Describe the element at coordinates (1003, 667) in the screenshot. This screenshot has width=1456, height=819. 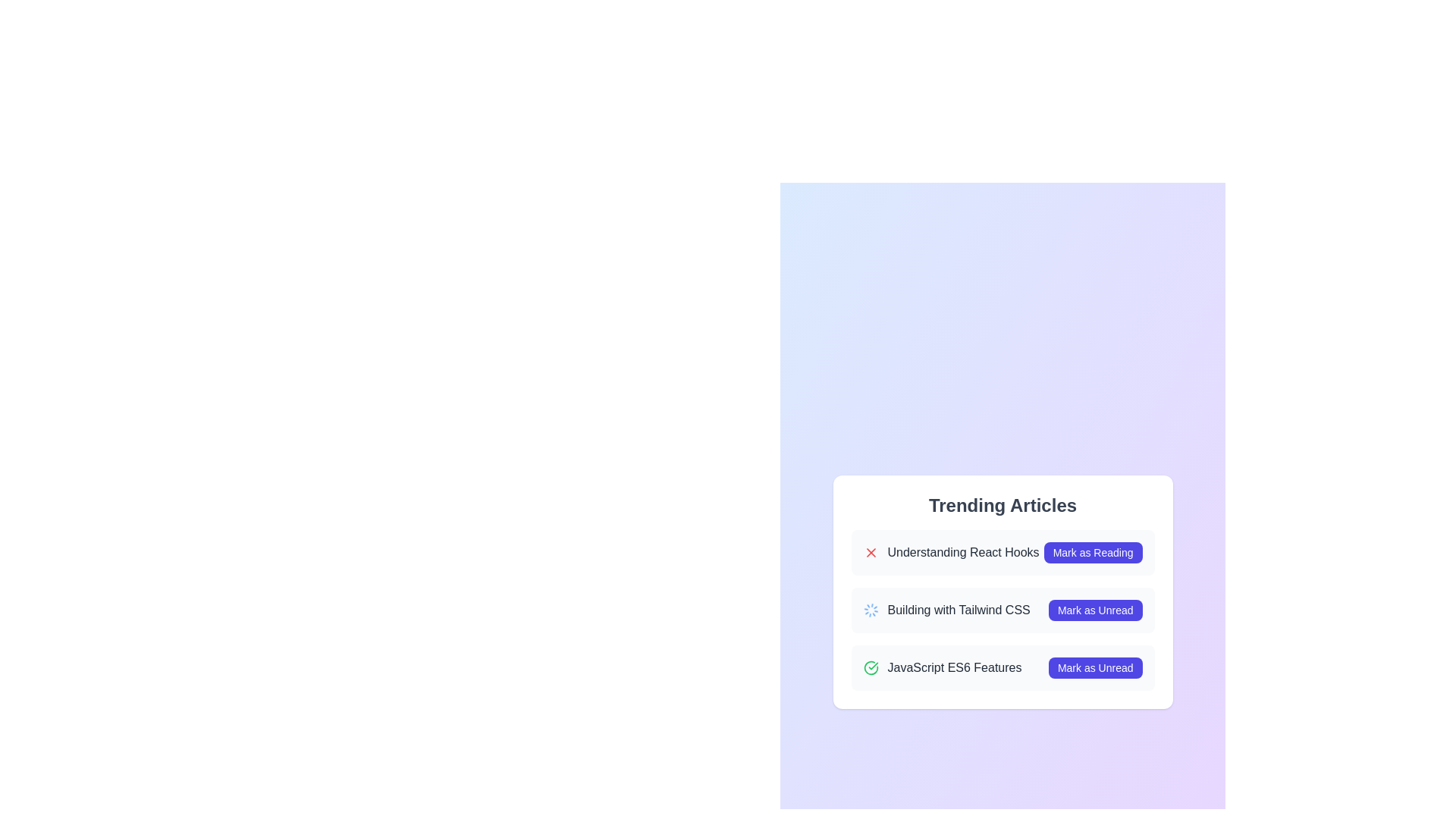
I see `the 'Mark as Unread' button on the composite UI component containing the item description 'JavaScript ES6 Features' in the 'Trending Articles' list` at that location.